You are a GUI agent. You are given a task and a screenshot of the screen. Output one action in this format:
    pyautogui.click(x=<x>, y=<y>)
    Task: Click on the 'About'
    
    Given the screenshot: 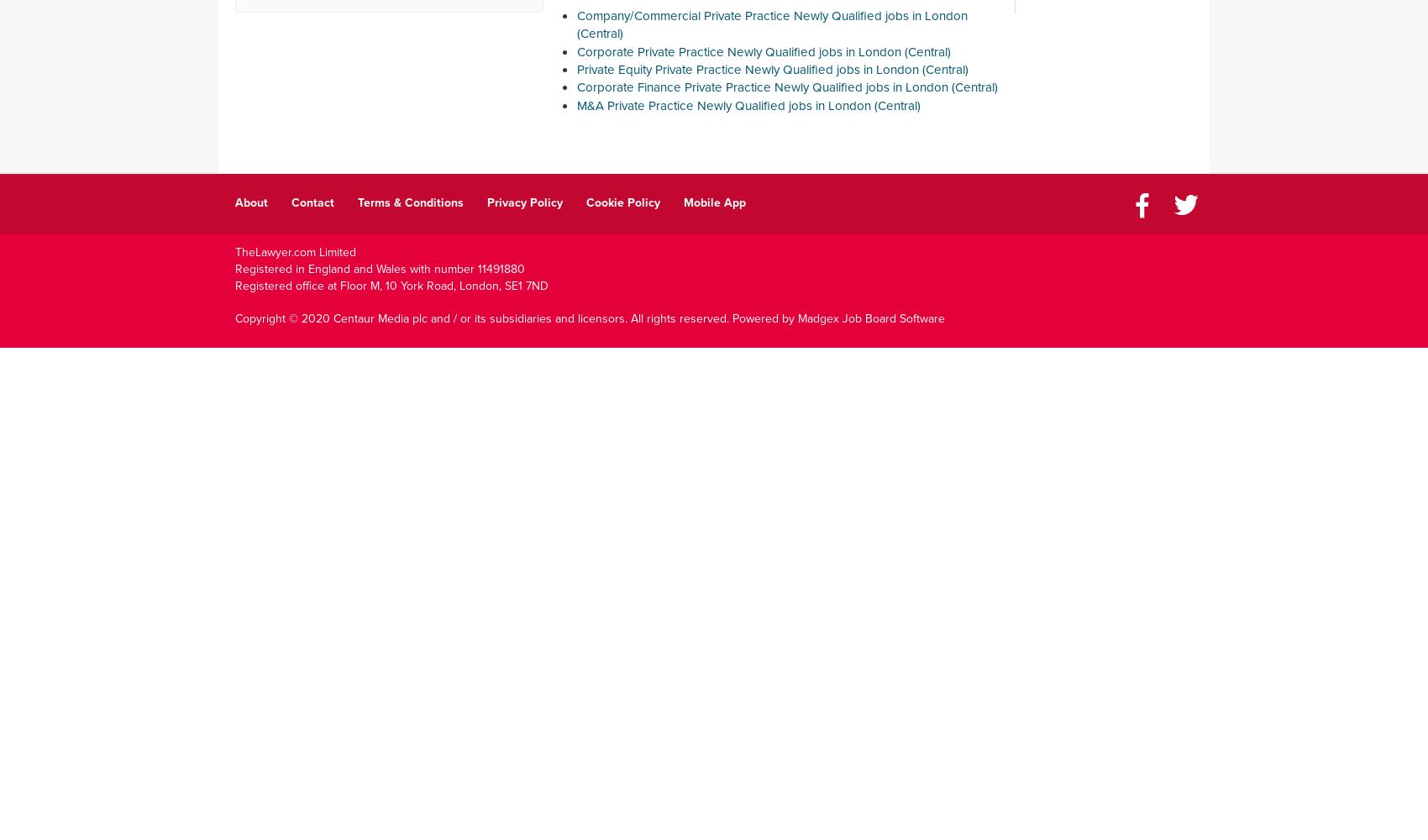 What is the action you would take?
    pyautogui.click(x=251, y=201)
    